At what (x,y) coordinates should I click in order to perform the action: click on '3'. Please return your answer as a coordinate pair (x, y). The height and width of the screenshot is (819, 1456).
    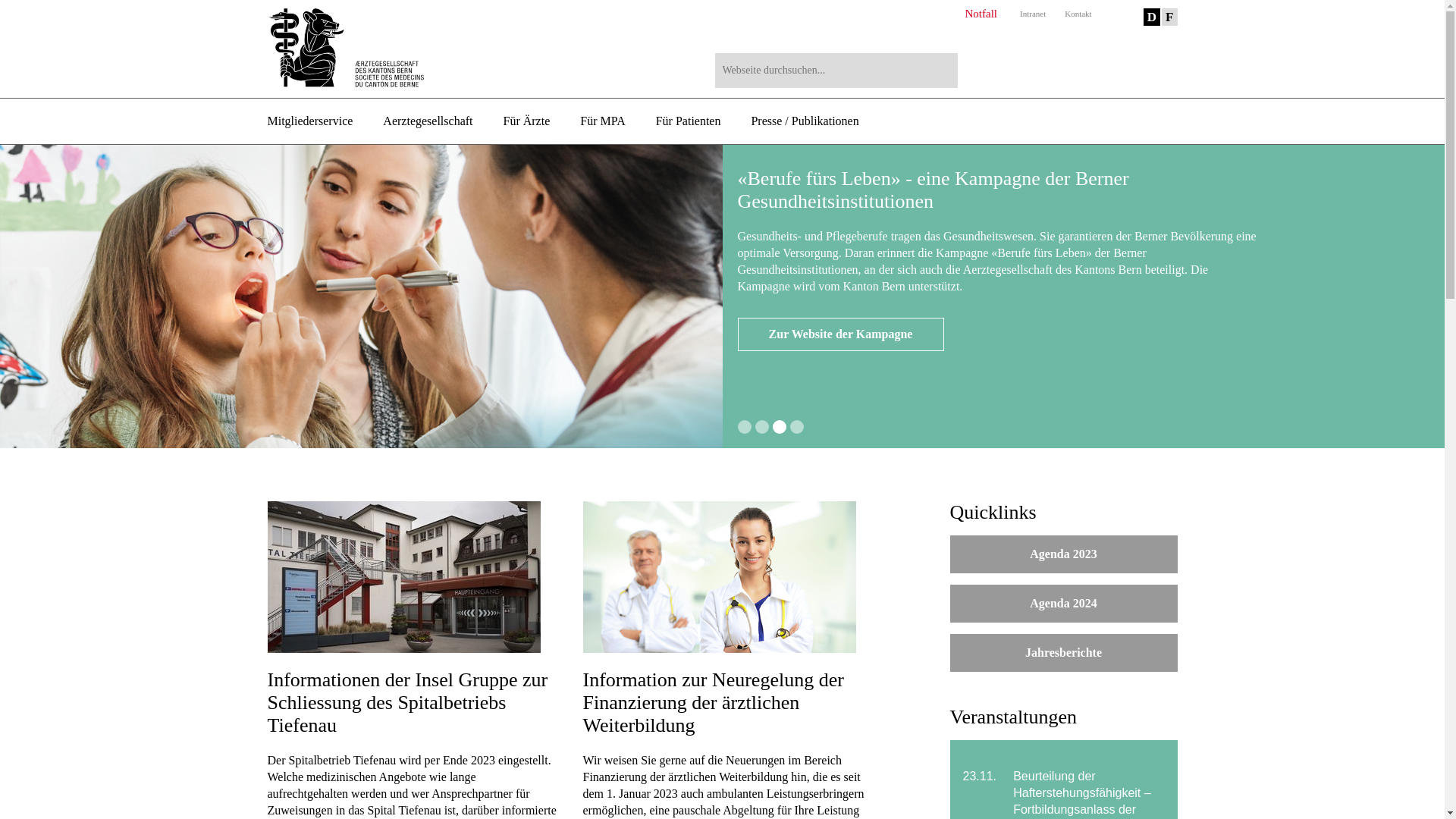
    Looking at the image, I should click on (779, 427).